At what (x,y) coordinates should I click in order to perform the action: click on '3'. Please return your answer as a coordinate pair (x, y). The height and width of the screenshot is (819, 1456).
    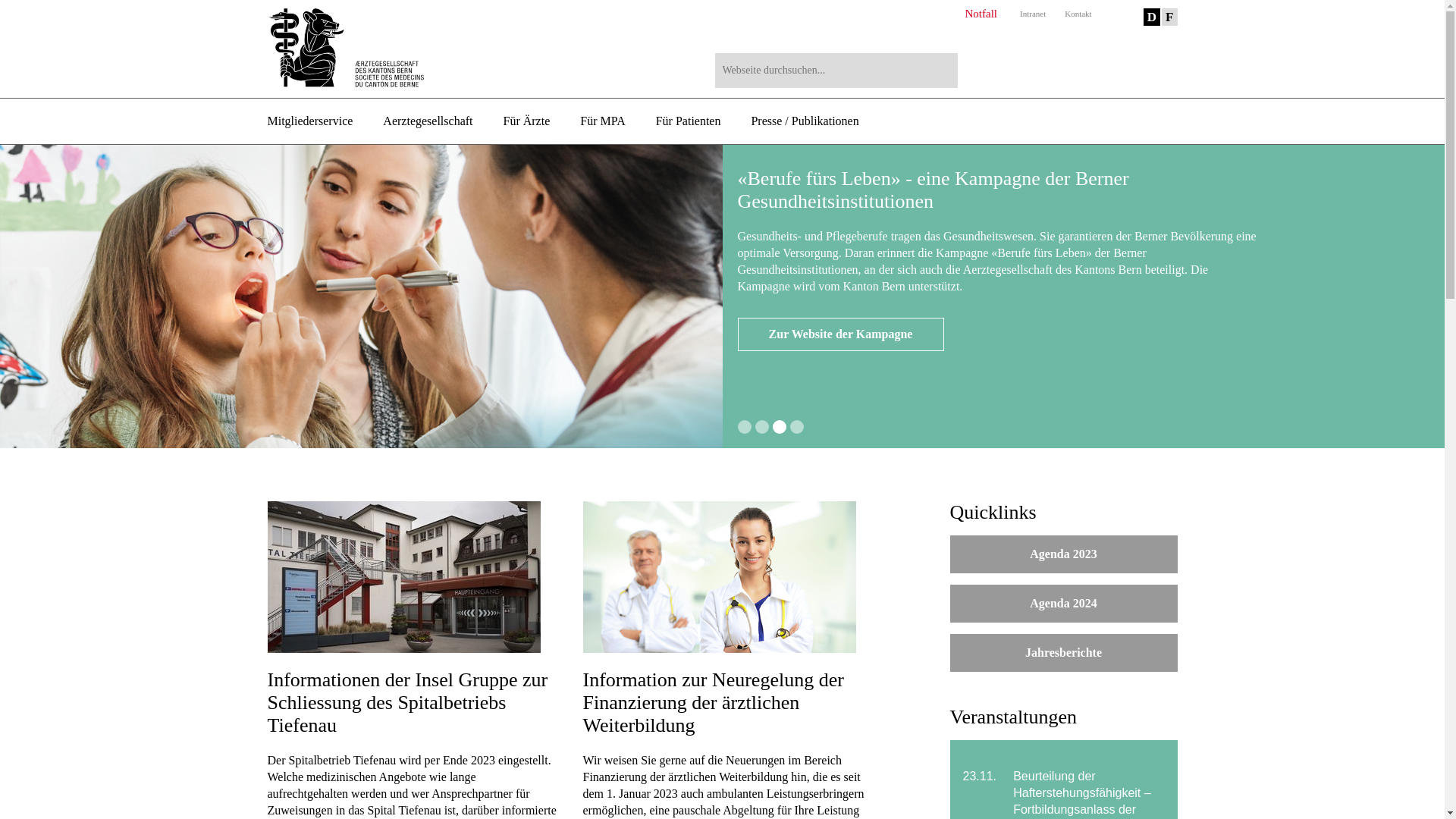
    Looking at the image, I should click on (779, 427).